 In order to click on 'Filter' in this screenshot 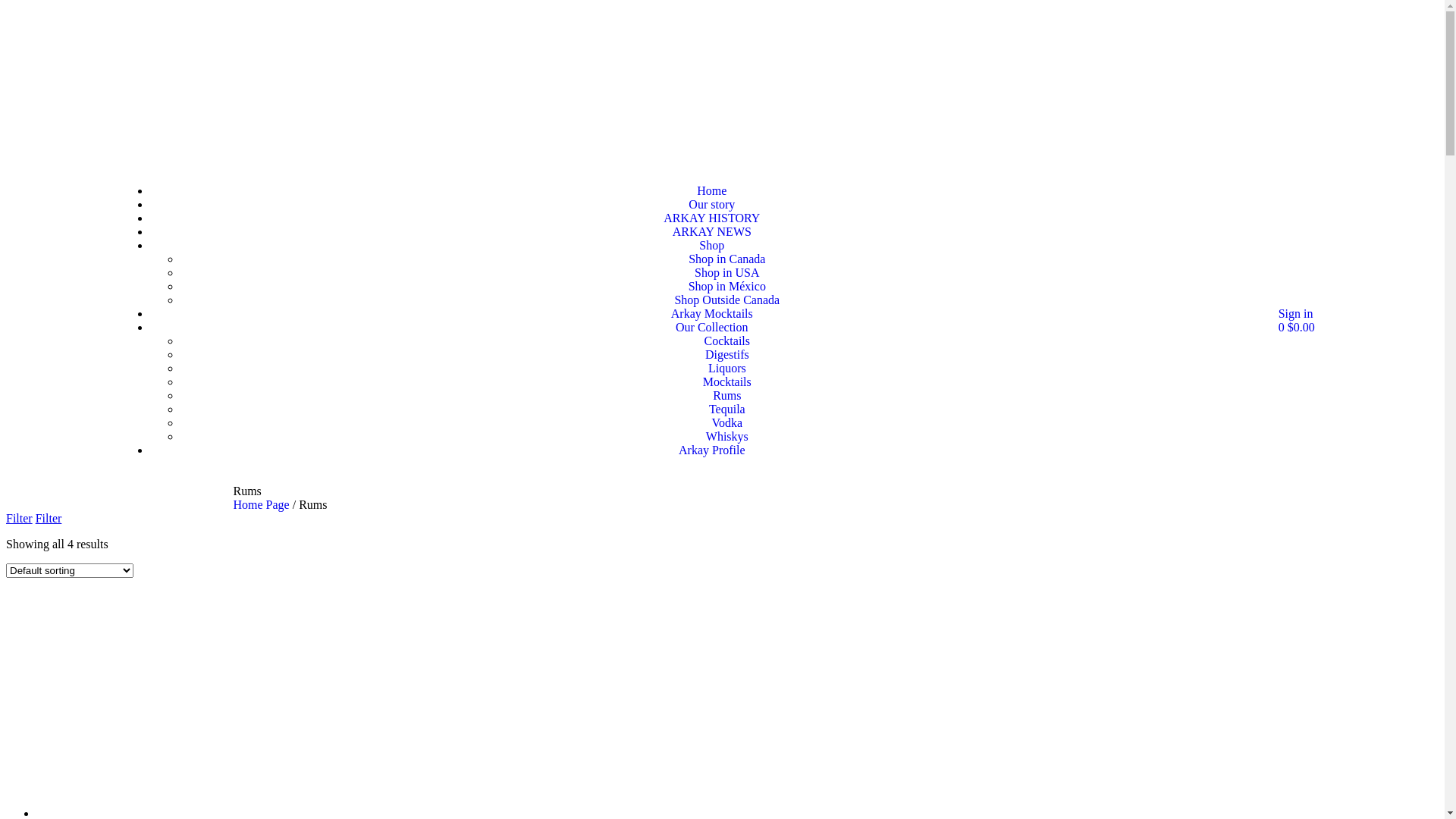, I will do `click(6, 517)`.